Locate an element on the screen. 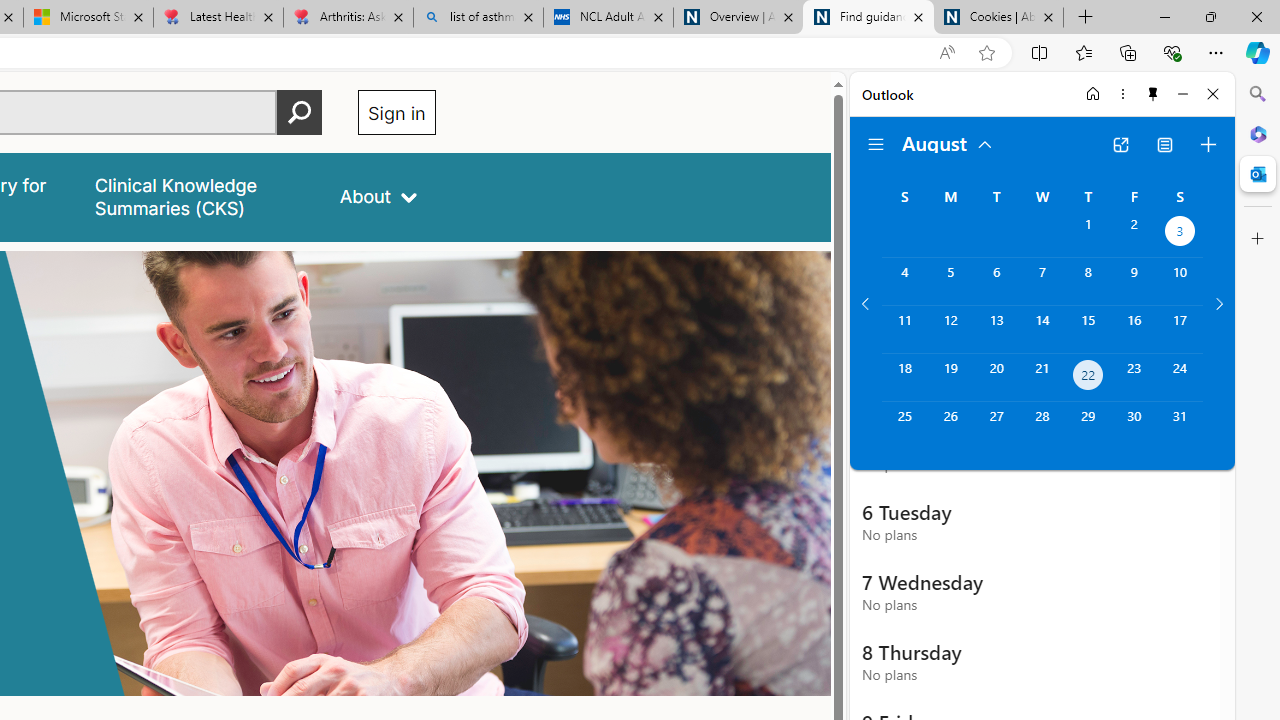 This screenshot has height=720, width=1280. 'Sign in' is located at coordinates (396, 112).